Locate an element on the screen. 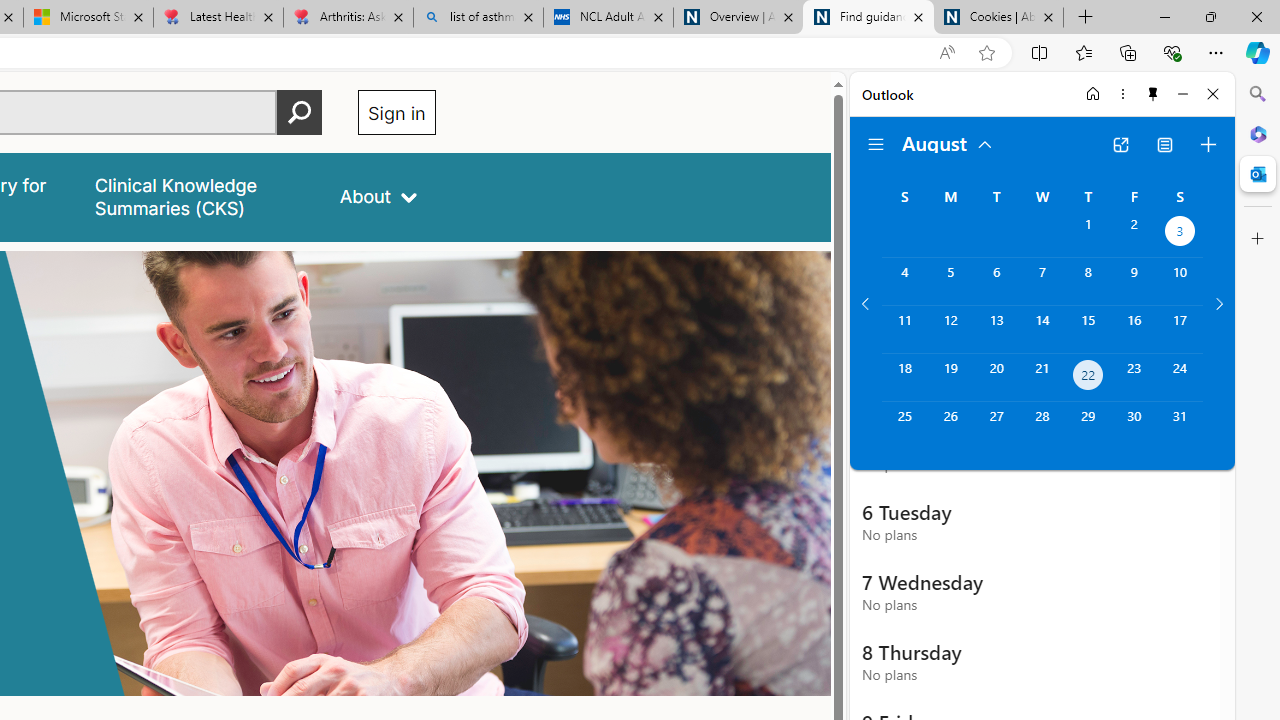 This screenshot has height=720, width=1280. 'Sign in' is located at coordinates (396, 112).